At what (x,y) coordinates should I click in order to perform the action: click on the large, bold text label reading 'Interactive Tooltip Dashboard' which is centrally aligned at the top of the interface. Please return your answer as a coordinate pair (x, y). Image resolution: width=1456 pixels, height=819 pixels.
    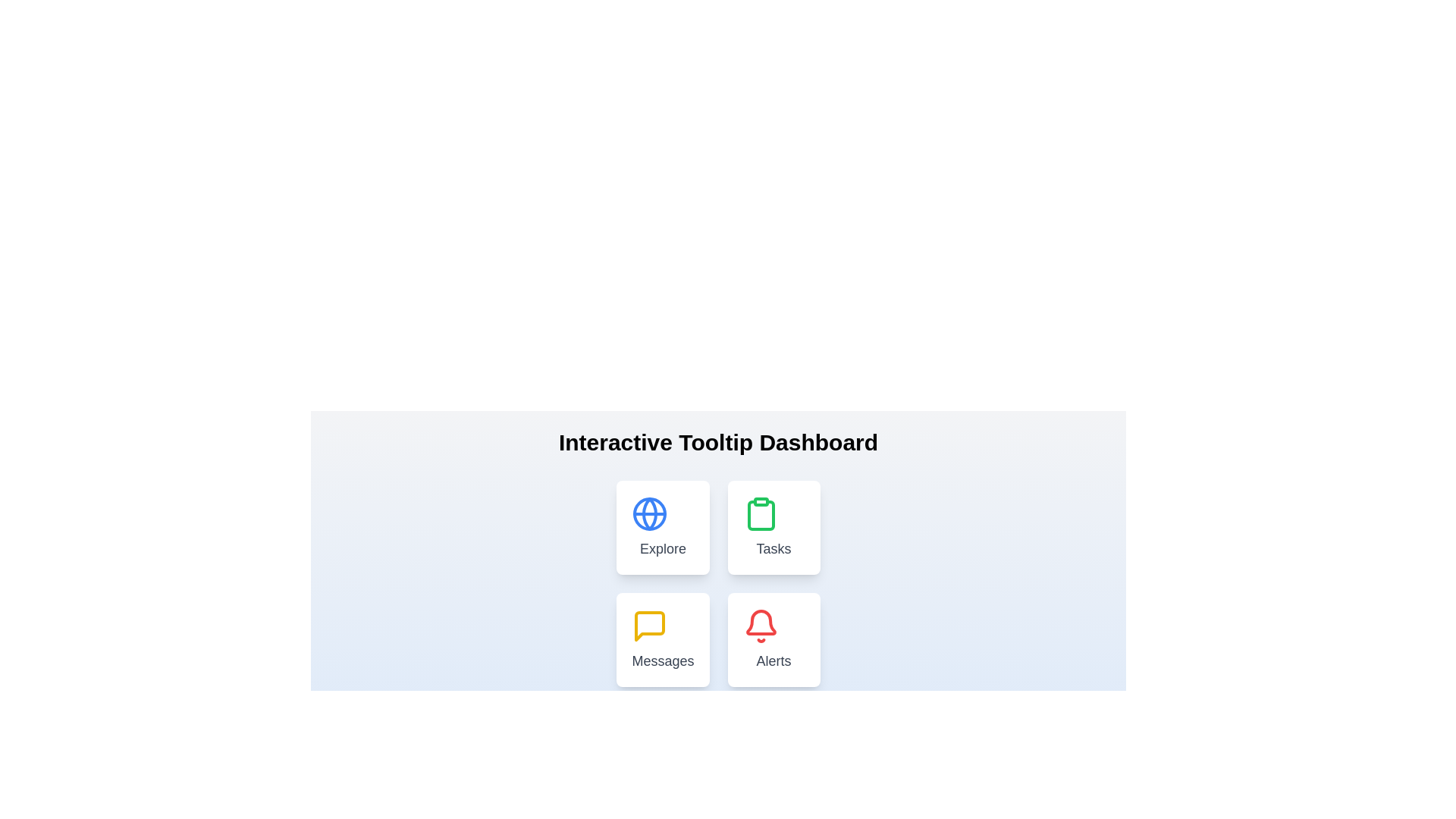
    Looking at the image, I should click on (717, 442).